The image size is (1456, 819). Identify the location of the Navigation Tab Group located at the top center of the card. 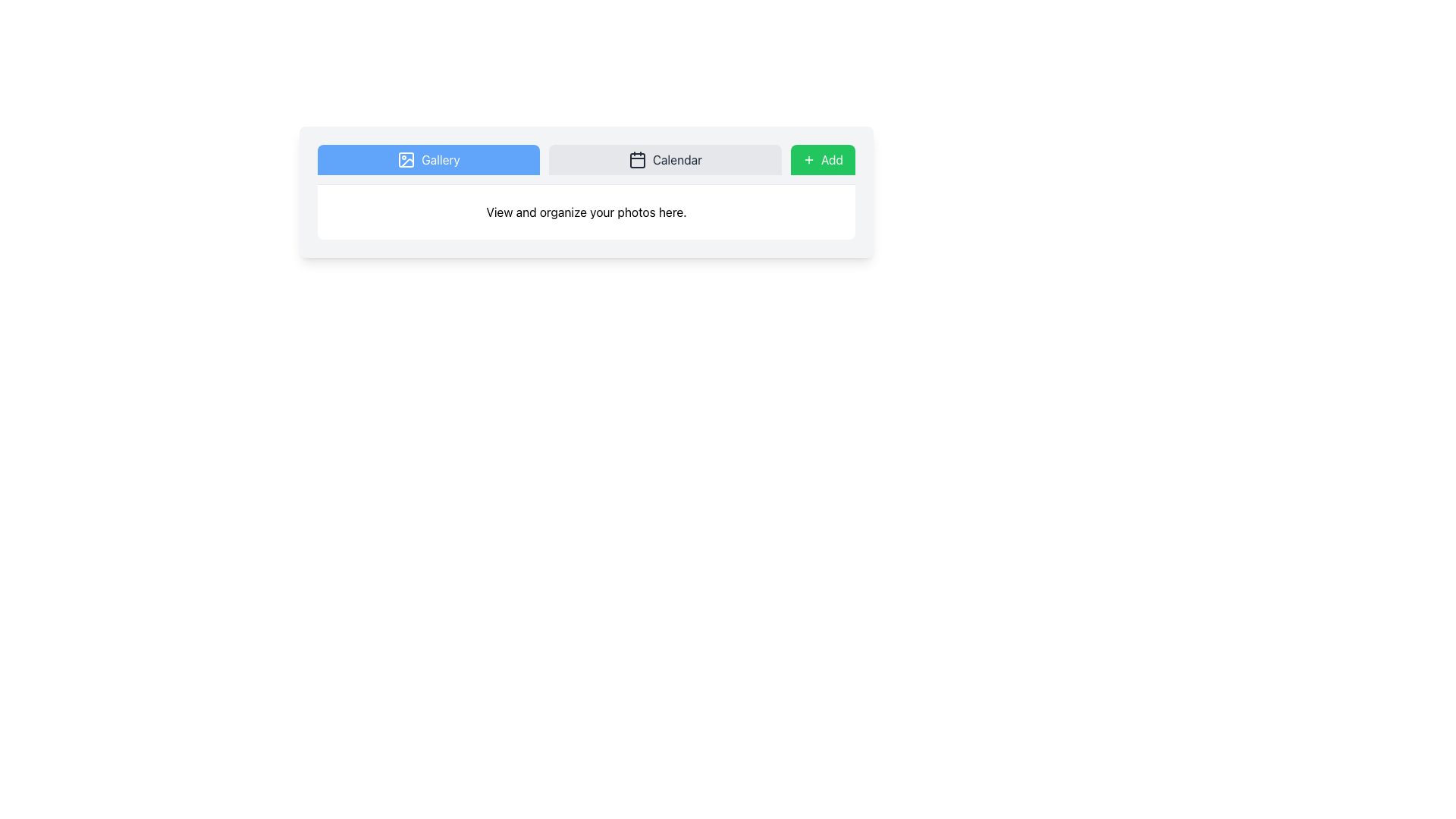
(585, 165).